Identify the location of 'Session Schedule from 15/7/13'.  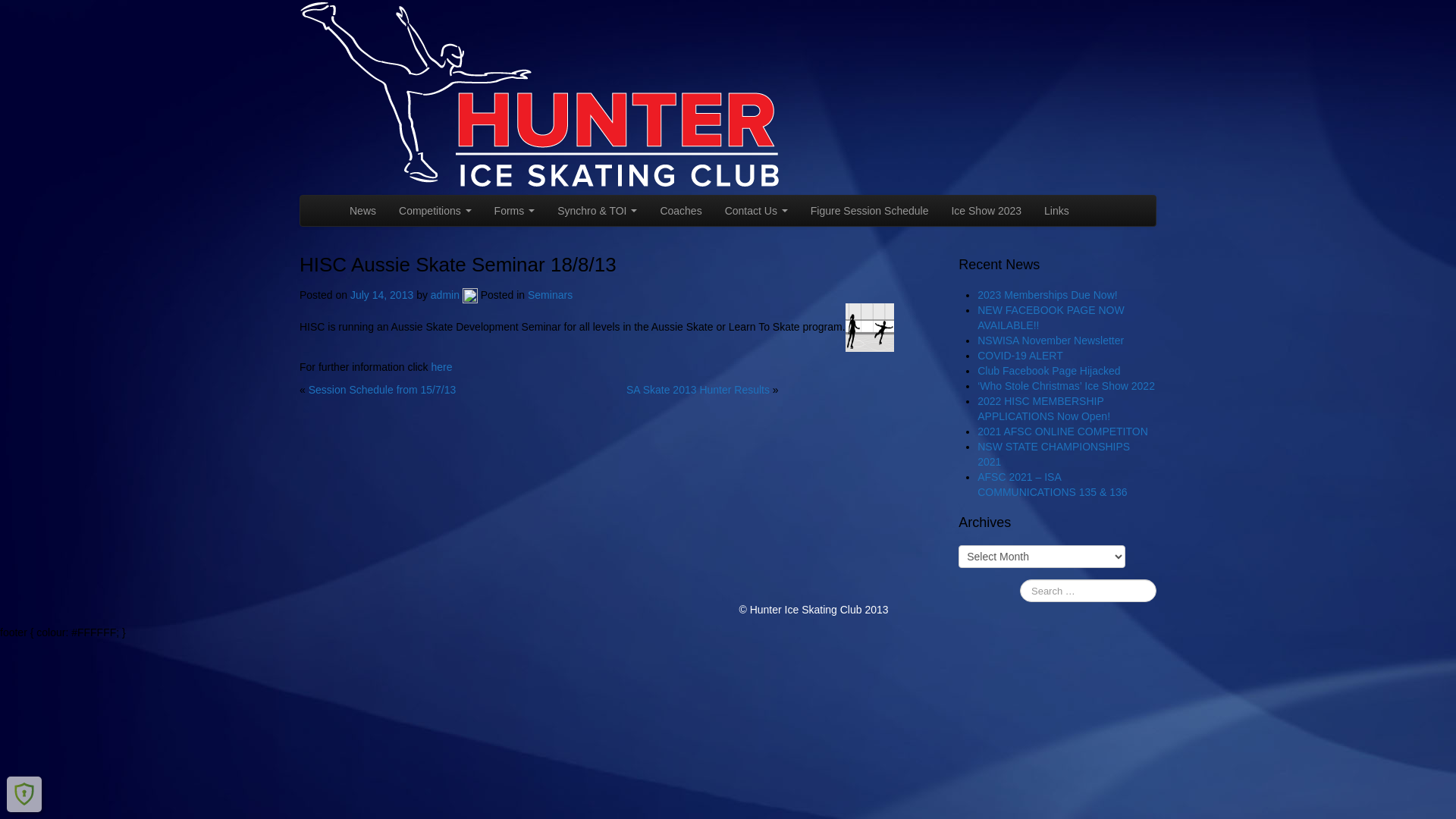
(382, 388).